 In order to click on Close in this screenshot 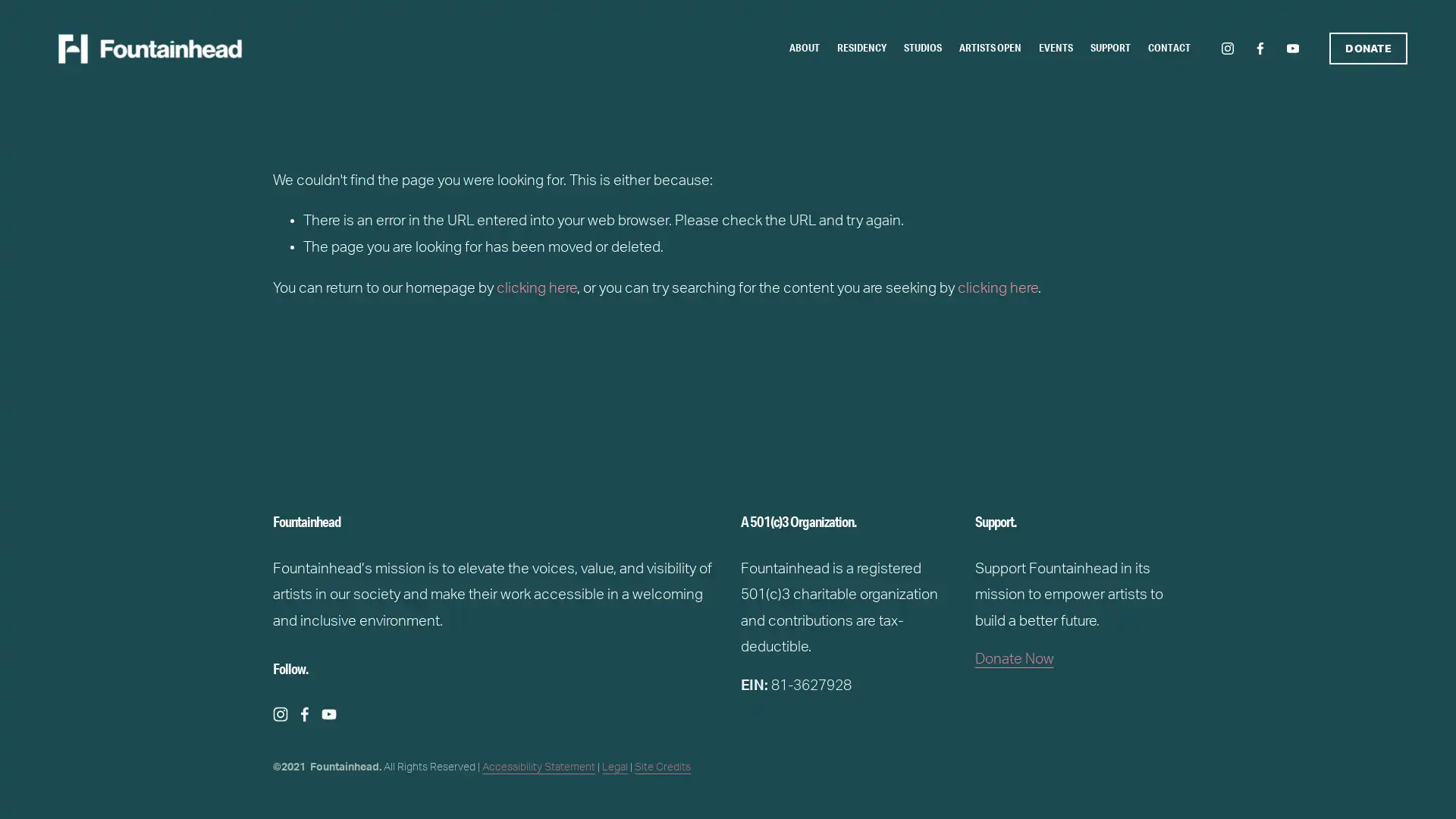, I will do `click(944, 275)`.